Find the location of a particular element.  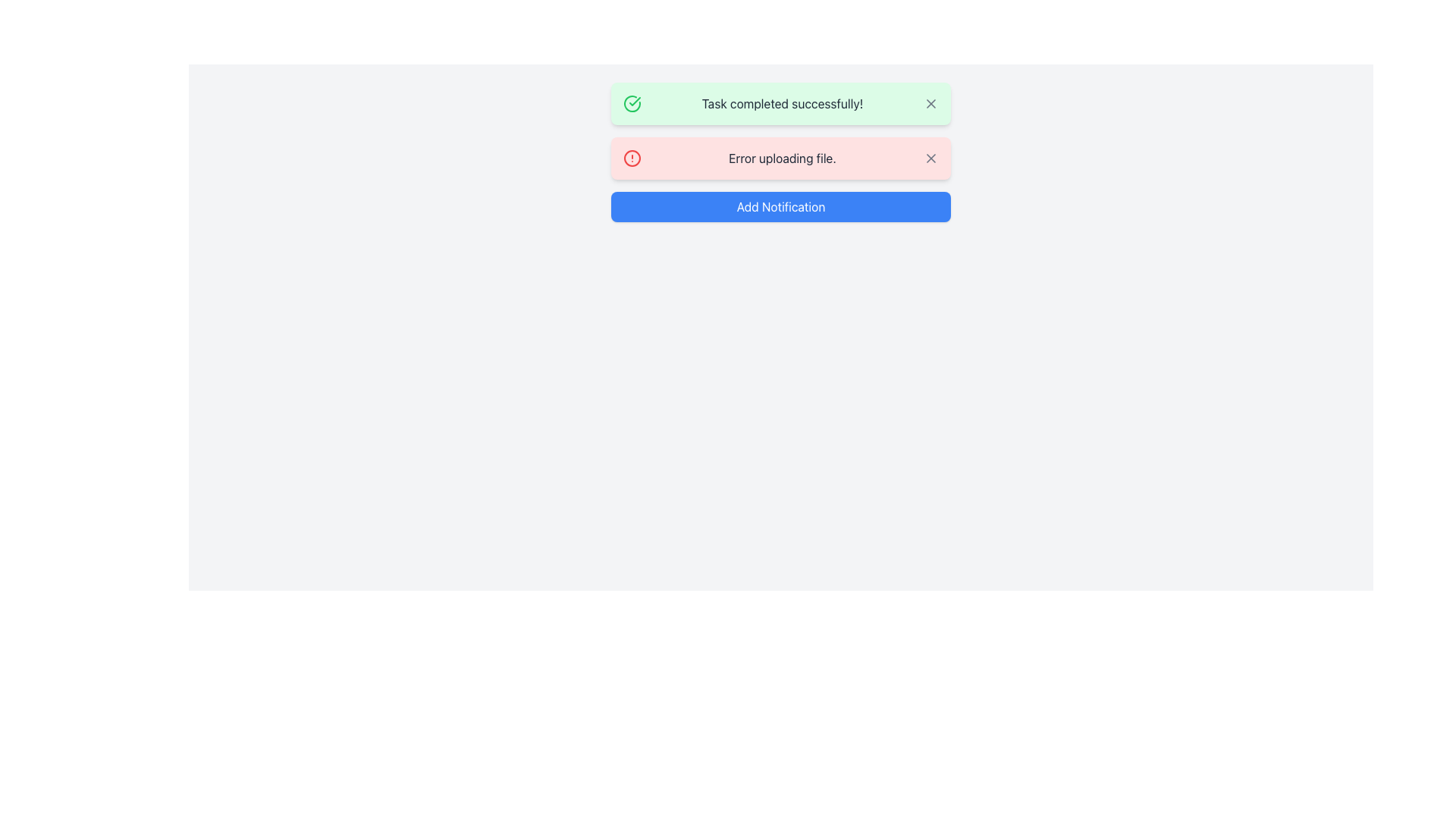

the success icon located at the top-left corner of the notification card titled 'Task completed successfully!', which is part of a circular element with a green background is located at coordinates (635, 102).